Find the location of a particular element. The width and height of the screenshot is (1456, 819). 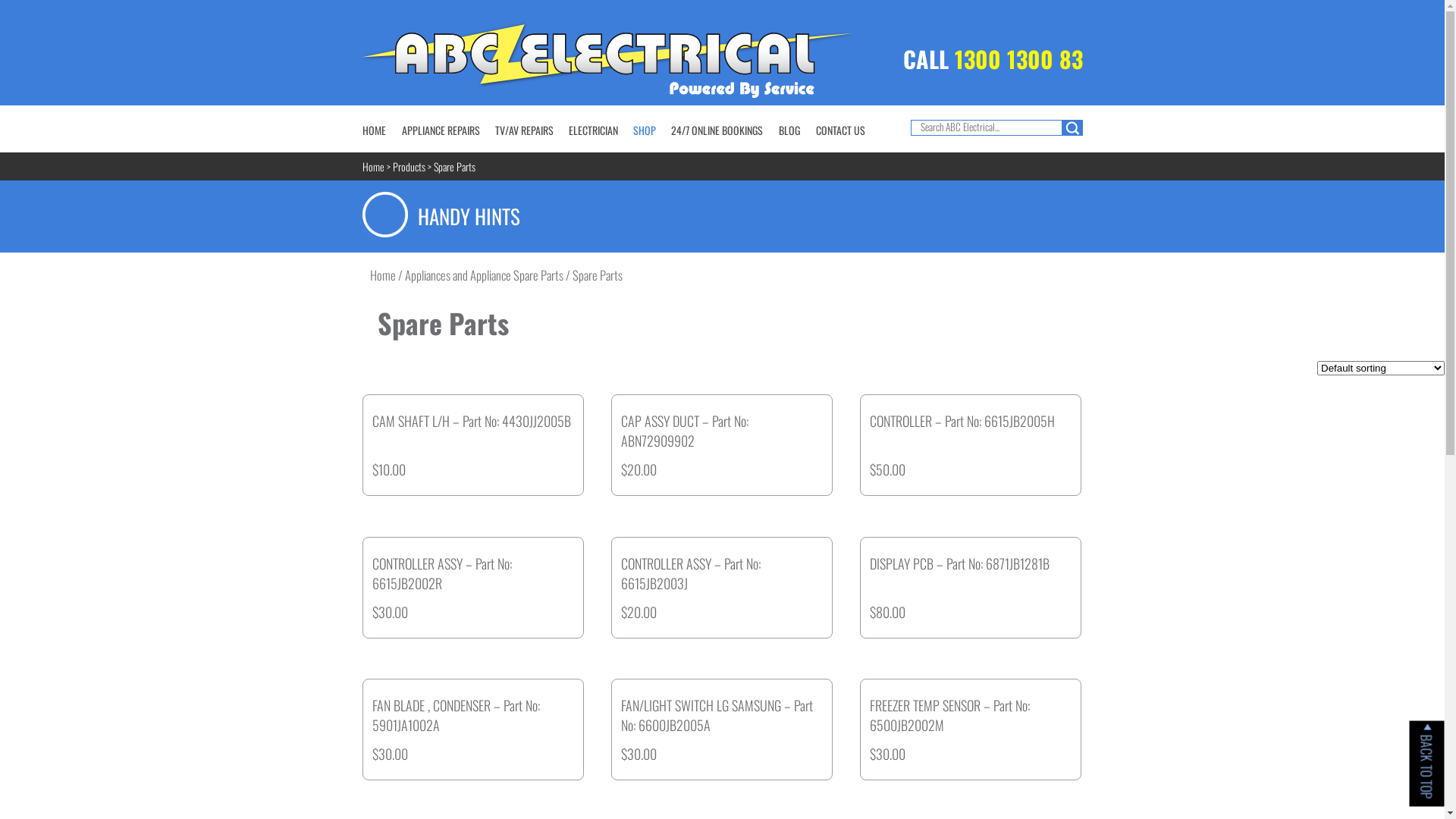

'TV/AV REPAIRS' is located at coordinates (494, 129).